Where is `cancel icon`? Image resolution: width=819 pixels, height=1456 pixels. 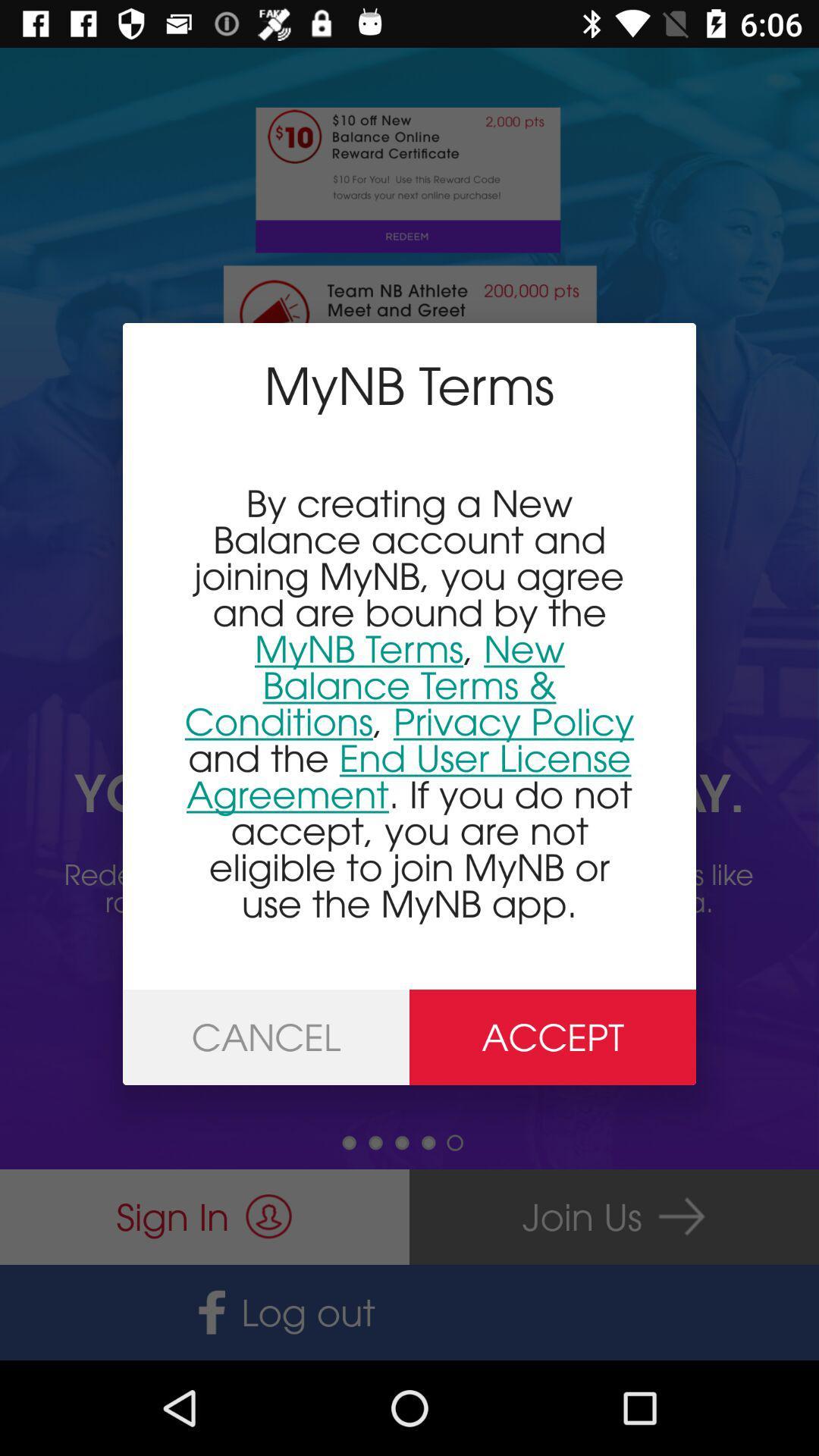
cancel icon is located at coordinates (265, 1037).